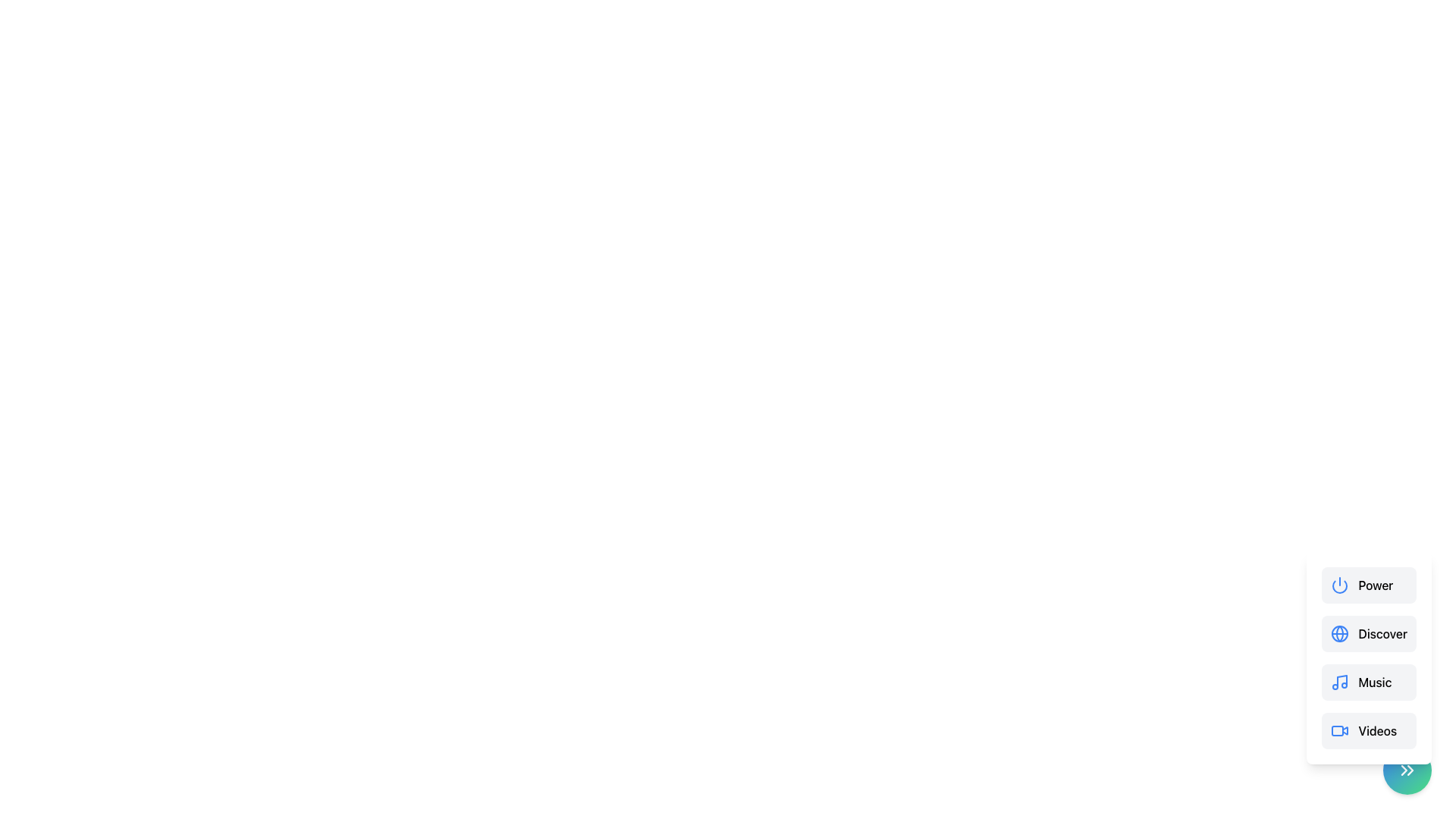 The height and width of the screenshot is (819, 1456). Describe the element at coordinates (1369, 730) in the screenshot. I see `the 'Videos' button, which is the last button in a vertical stack of buttons` at that location.